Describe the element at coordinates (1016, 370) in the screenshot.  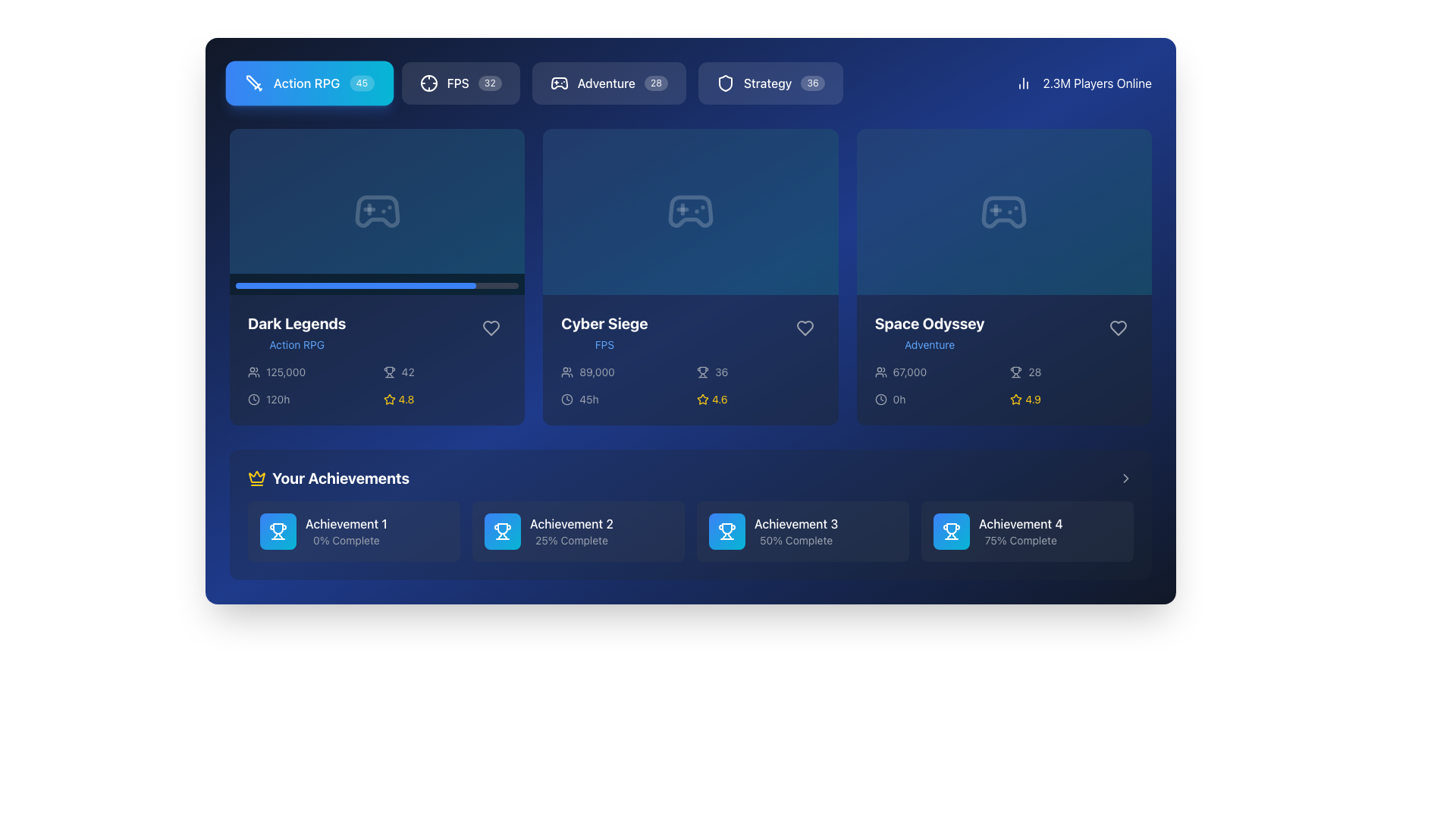
I see `the trophy cup icon representing achievements, located below the 'Your Achievements' section in the award-related visual` at that location.